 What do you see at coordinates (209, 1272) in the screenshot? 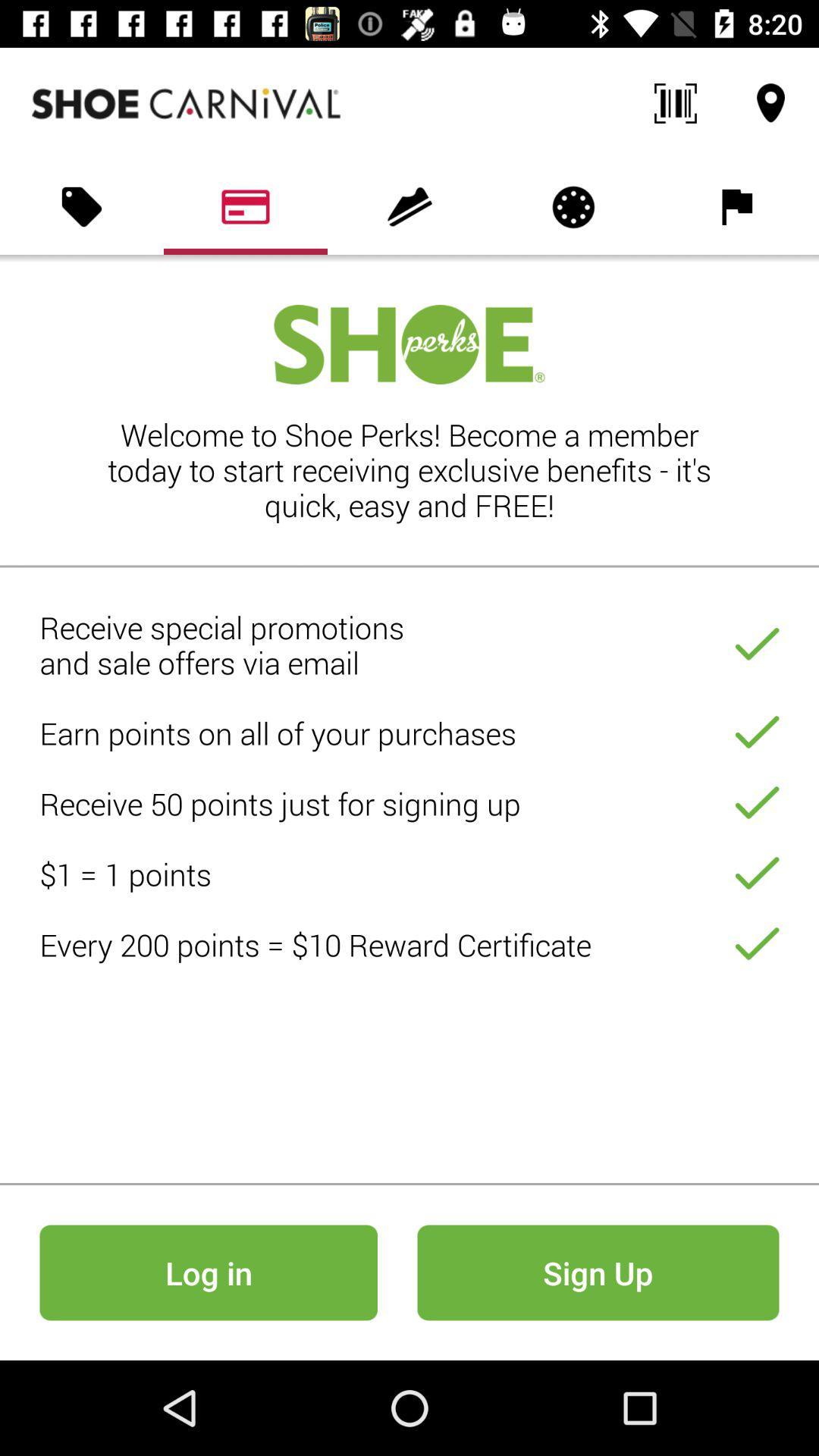
I see `the log in` at bounding box center [209, 1272].